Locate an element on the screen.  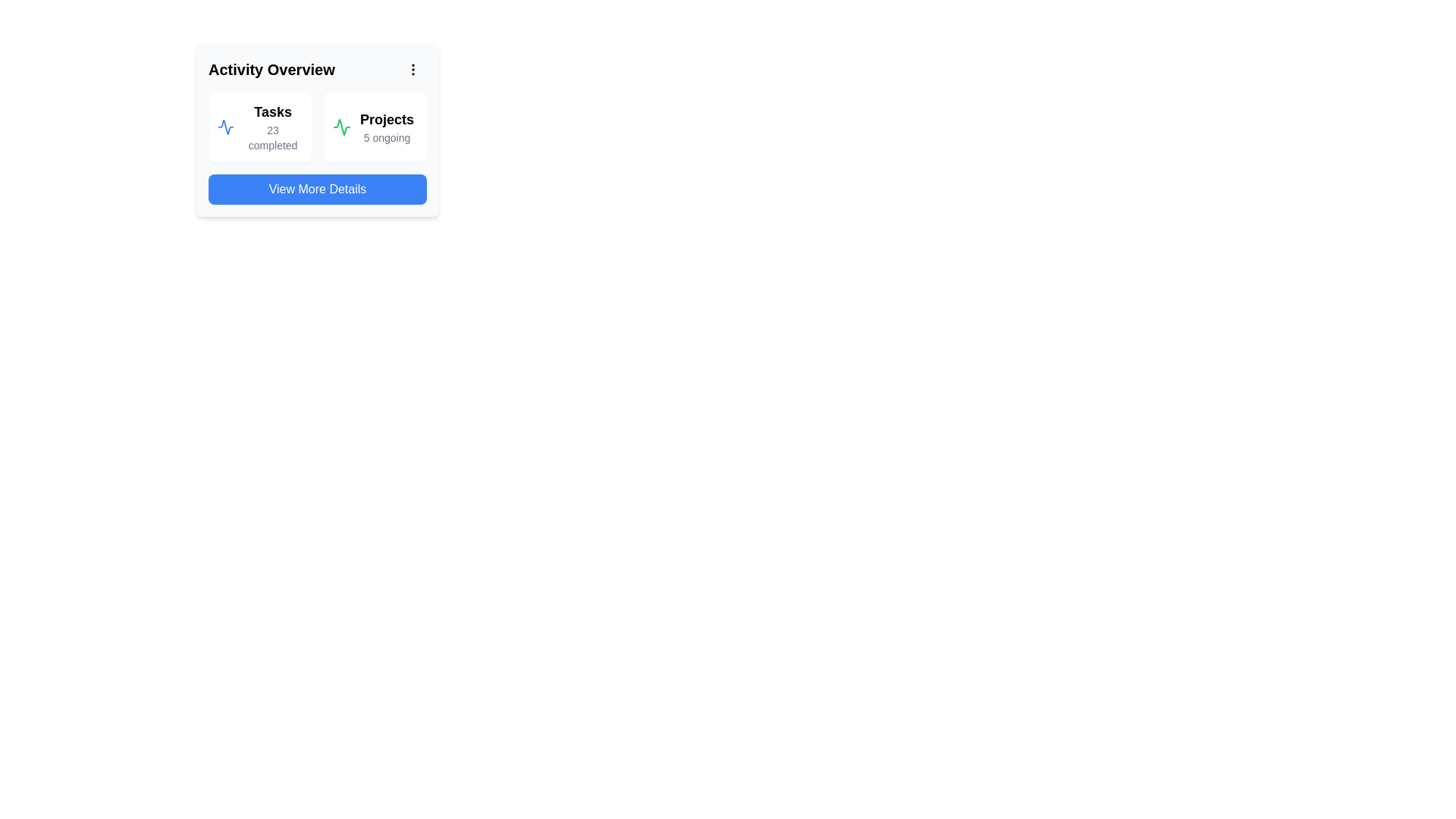
the static heading text element labeled 'Activity Overview' at the top of the card layout is located at coordinates (271, 70).